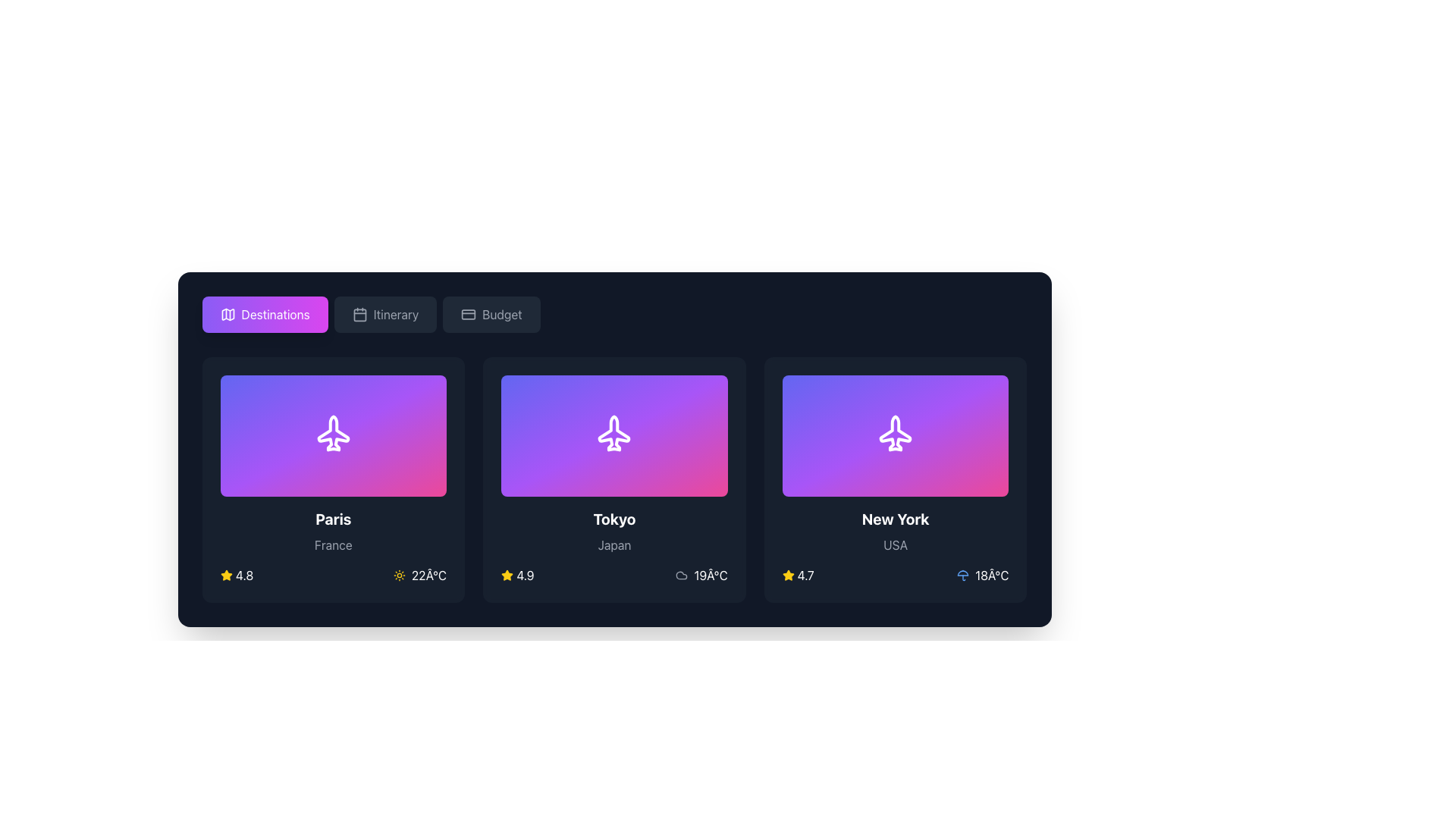  I want to click on the central Destination card displaying 'Tokyo' with a gradient background for rearranging within the grid layout, so click(614, 479).